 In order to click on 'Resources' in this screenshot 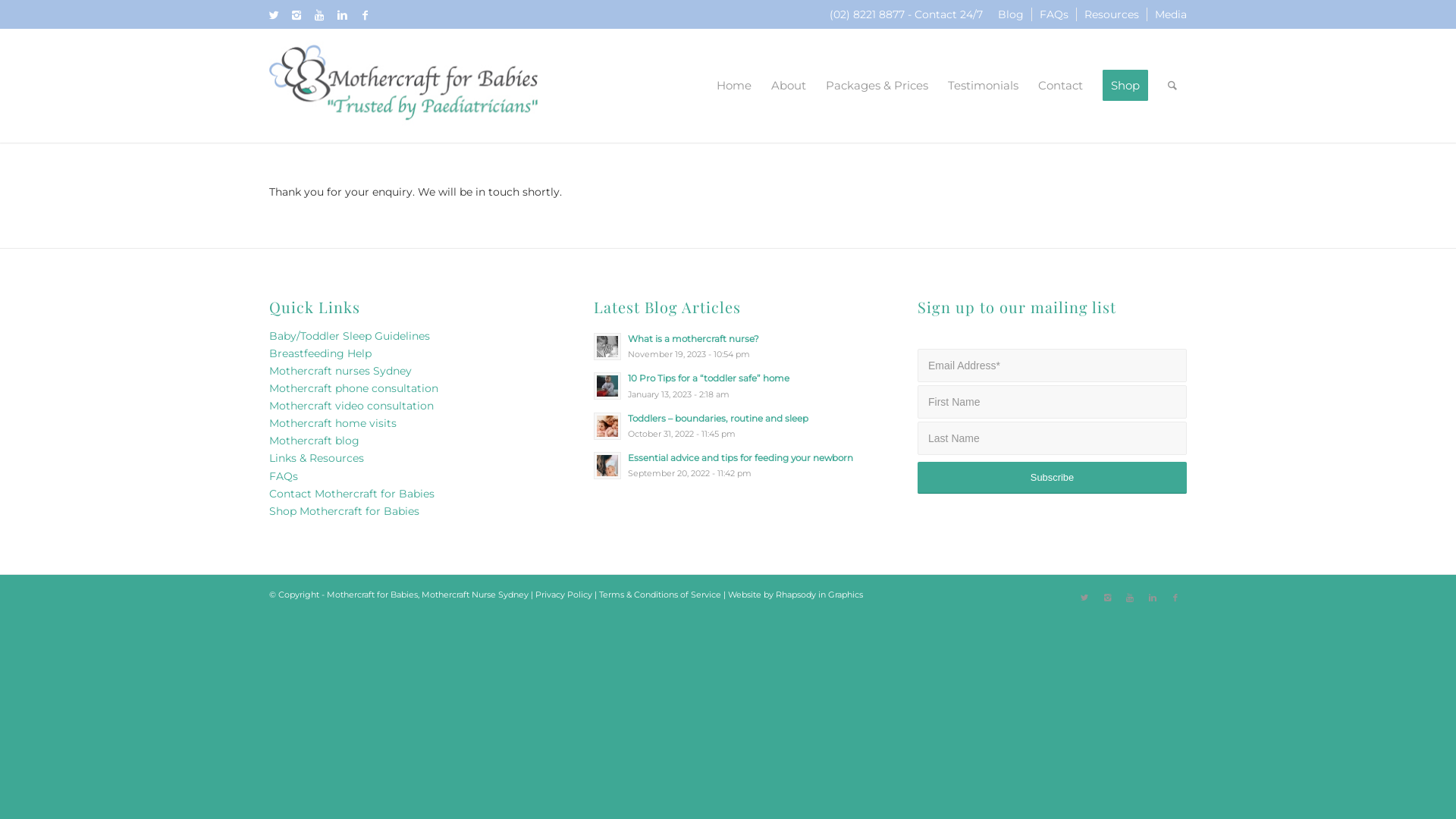, I will do `click(1084, 14)`.